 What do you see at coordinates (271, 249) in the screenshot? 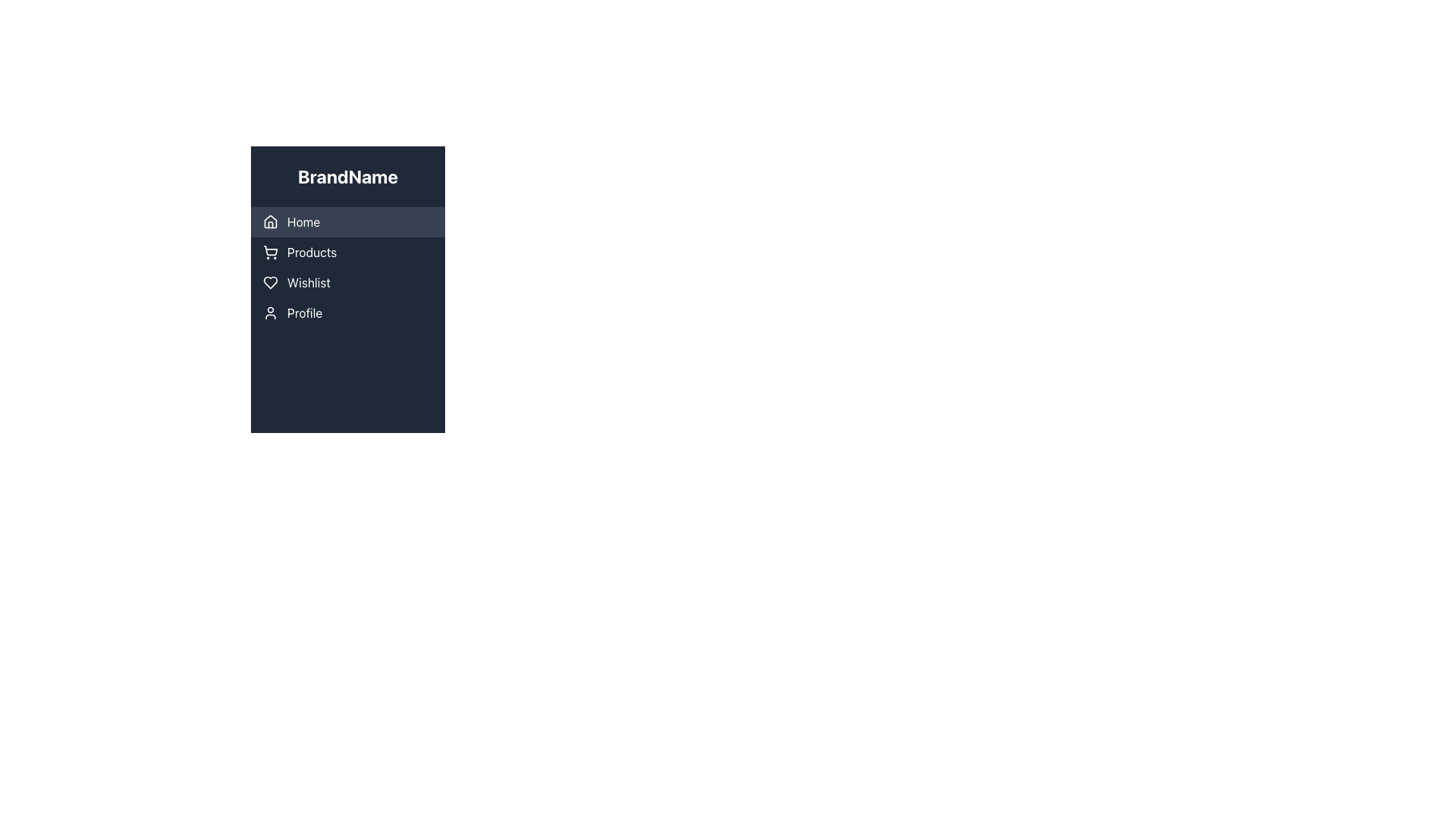
I see `the shopping cart icon located next to the 'Products' label in the 'BrandName' side menu` at bounding box center [271, 249].